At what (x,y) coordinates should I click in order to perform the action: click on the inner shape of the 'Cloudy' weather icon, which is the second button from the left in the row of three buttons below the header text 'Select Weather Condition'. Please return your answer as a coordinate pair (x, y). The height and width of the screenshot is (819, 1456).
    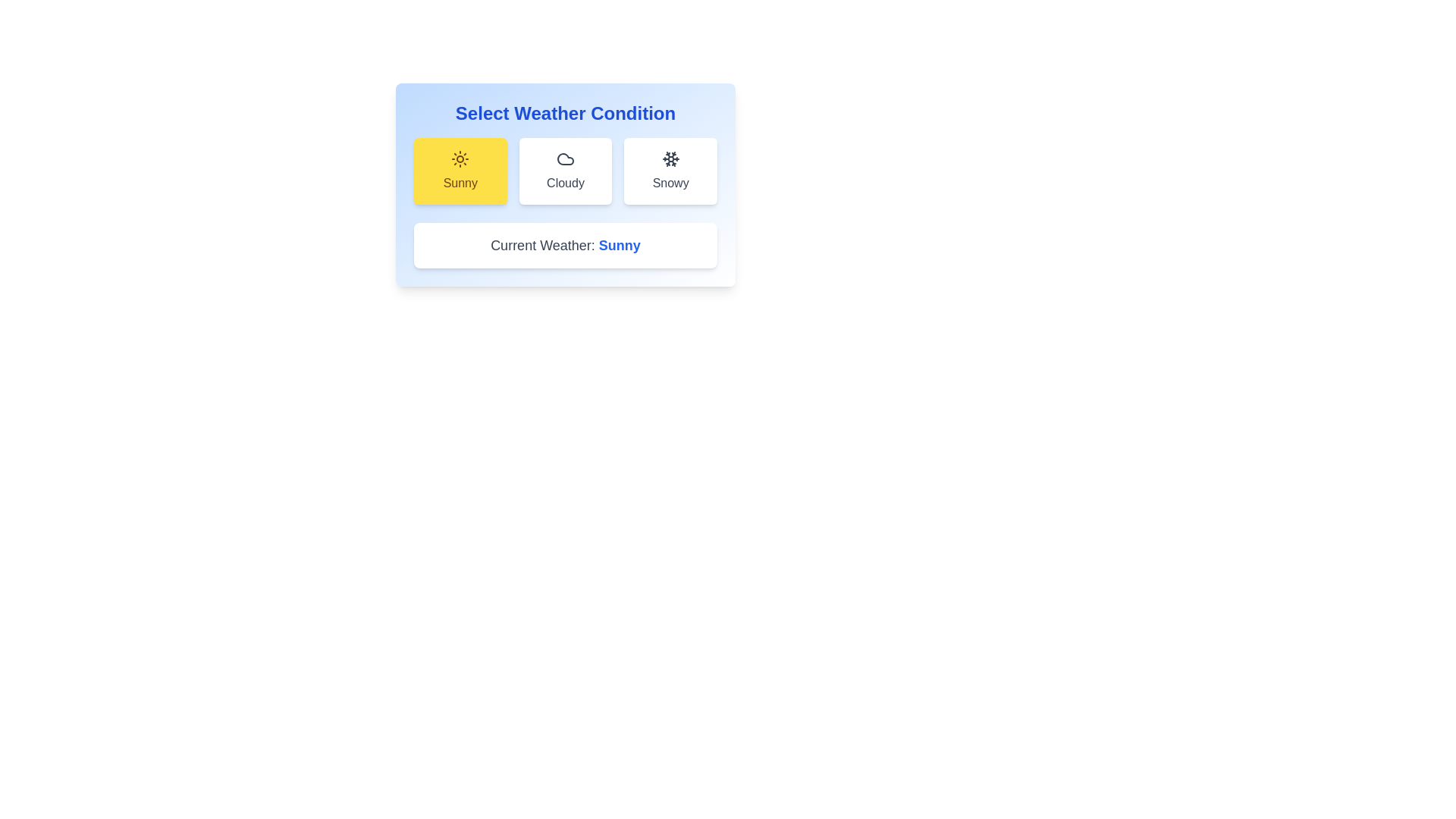
    Looking at the image, I should click on (564, 158).